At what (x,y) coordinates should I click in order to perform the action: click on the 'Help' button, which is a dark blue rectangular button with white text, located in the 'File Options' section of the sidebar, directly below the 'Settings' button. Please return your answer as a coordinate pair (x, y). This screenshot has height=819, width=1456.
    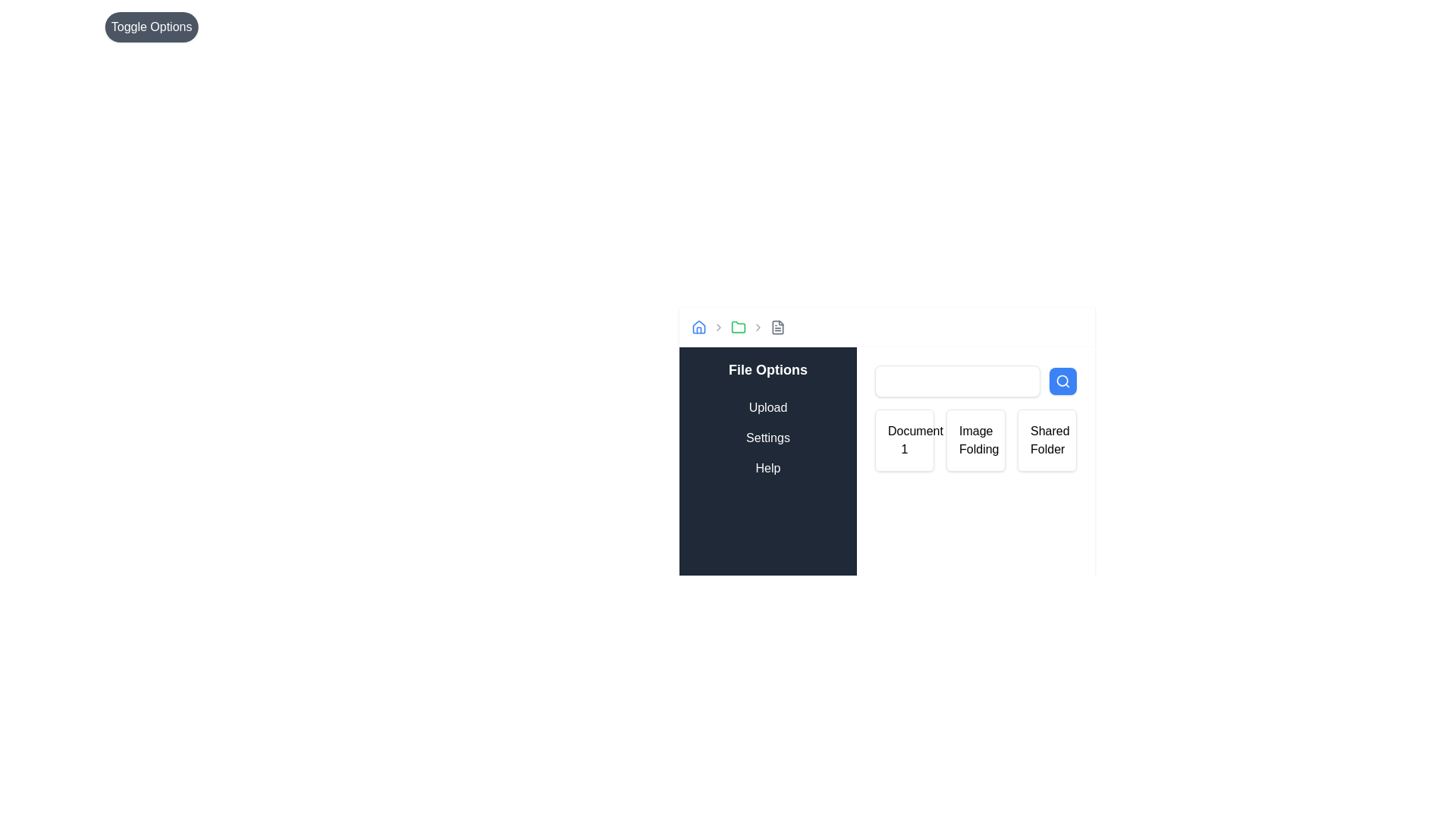
    Looking at the image, I should click on (767, 467).